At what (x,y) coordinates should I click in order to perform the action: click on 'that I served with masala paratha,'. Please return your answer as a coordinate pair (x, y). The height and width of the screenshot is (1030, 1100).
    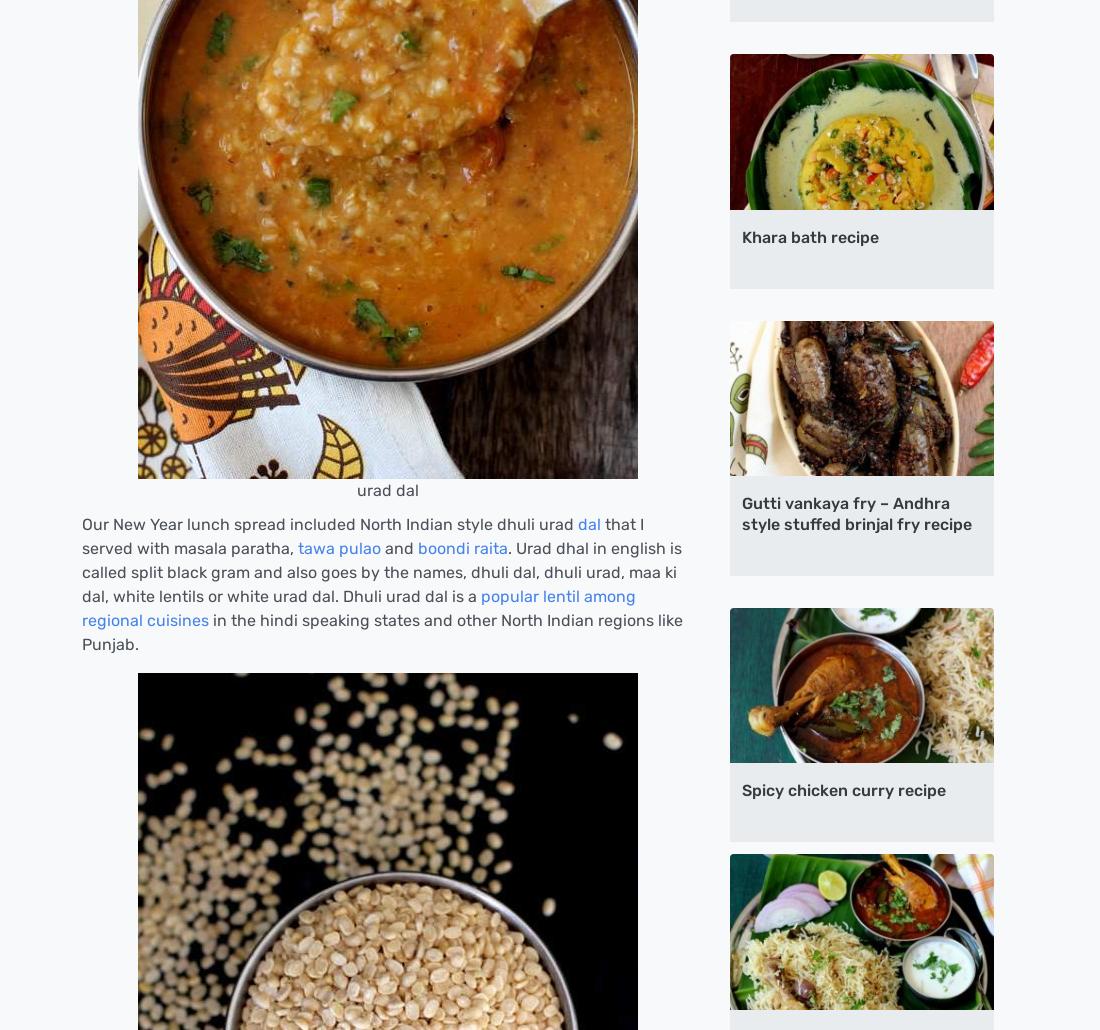
    Looking at the image, I should click on (363, 535).